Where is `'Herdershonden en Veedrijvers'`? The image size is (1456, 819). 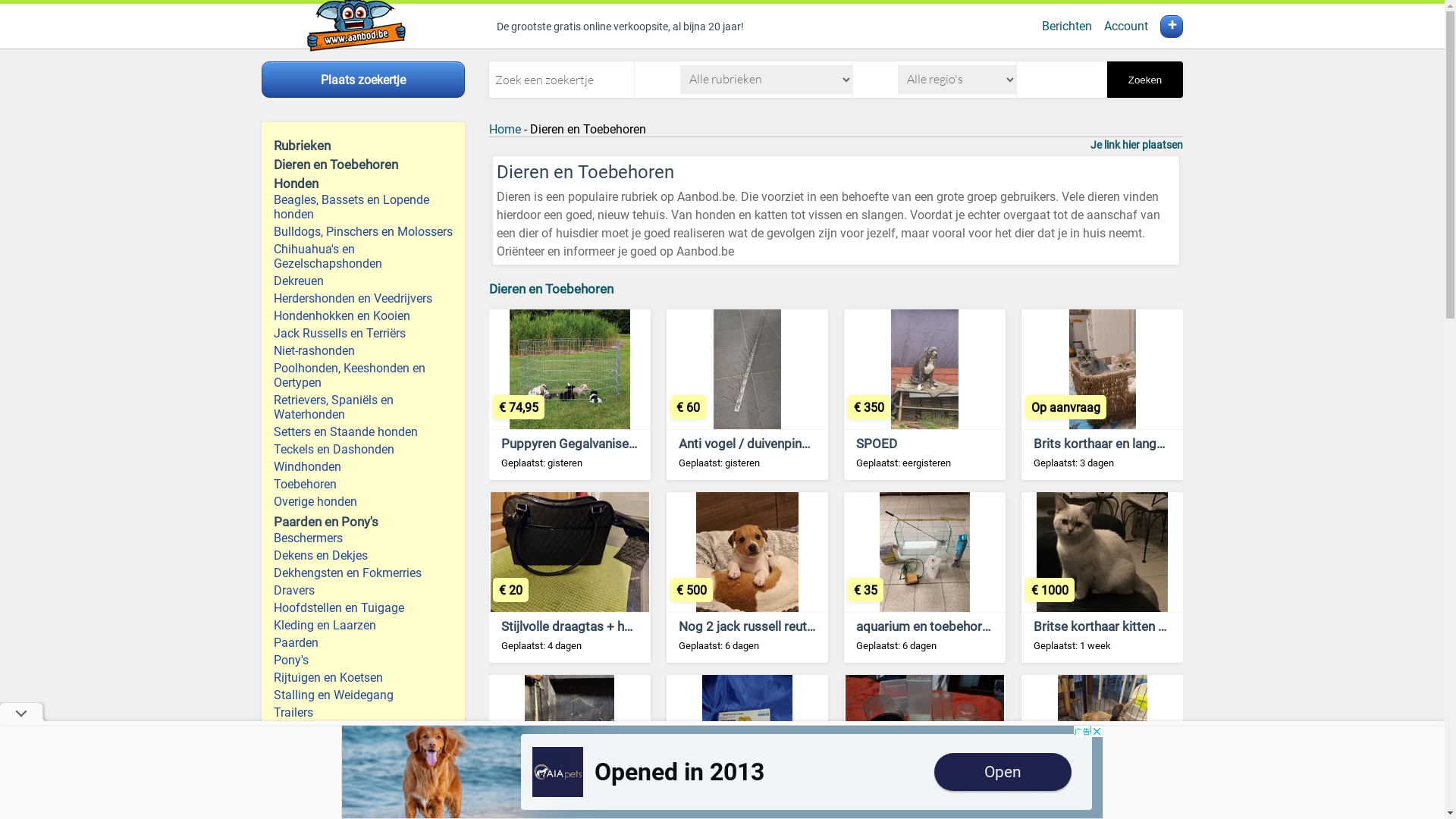 'Herdershonden en Veedrijvers' is located at coordinates (362, 298).